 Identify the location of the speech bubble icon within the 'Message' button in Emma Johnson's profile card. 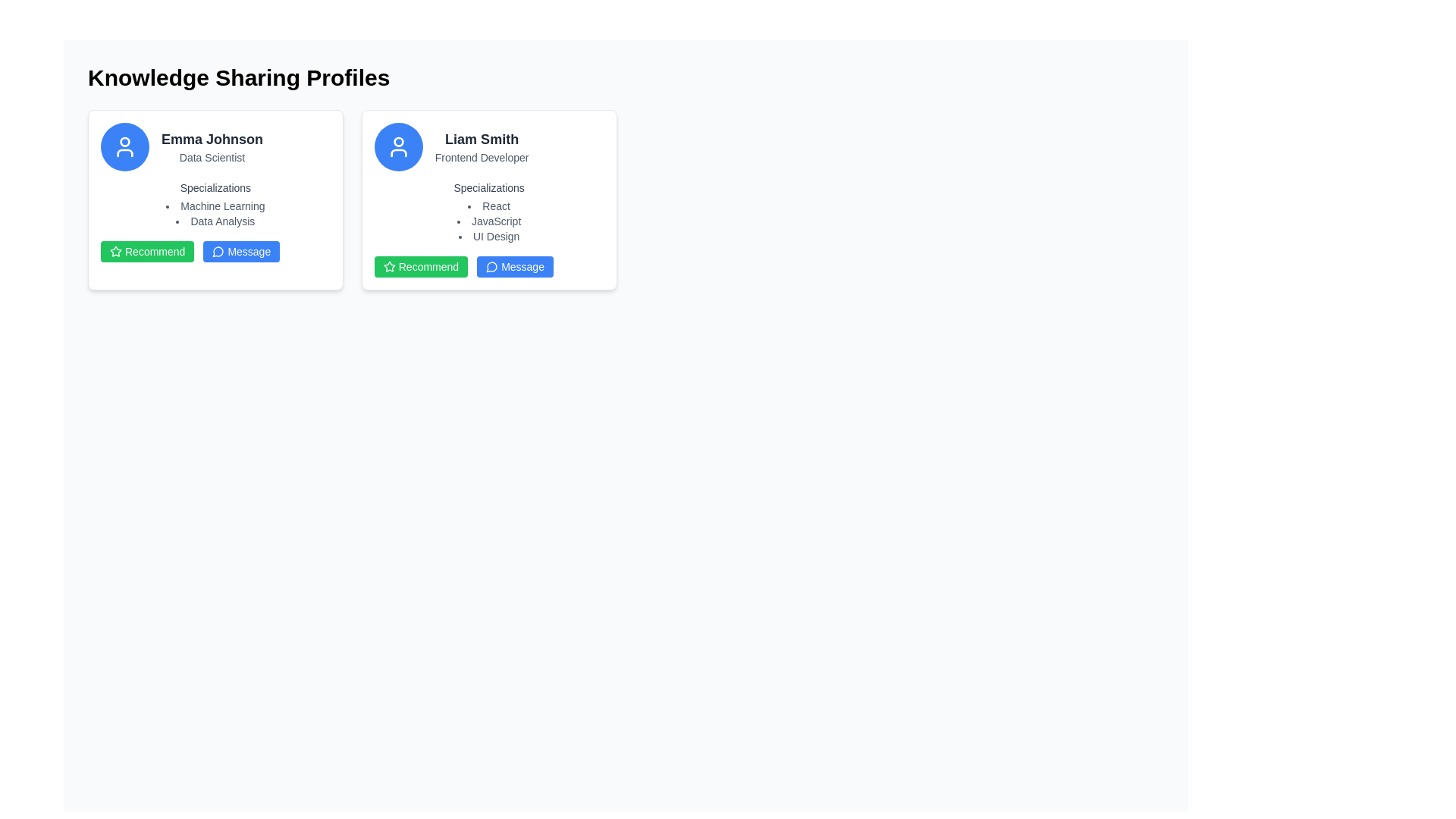
(218, 251).